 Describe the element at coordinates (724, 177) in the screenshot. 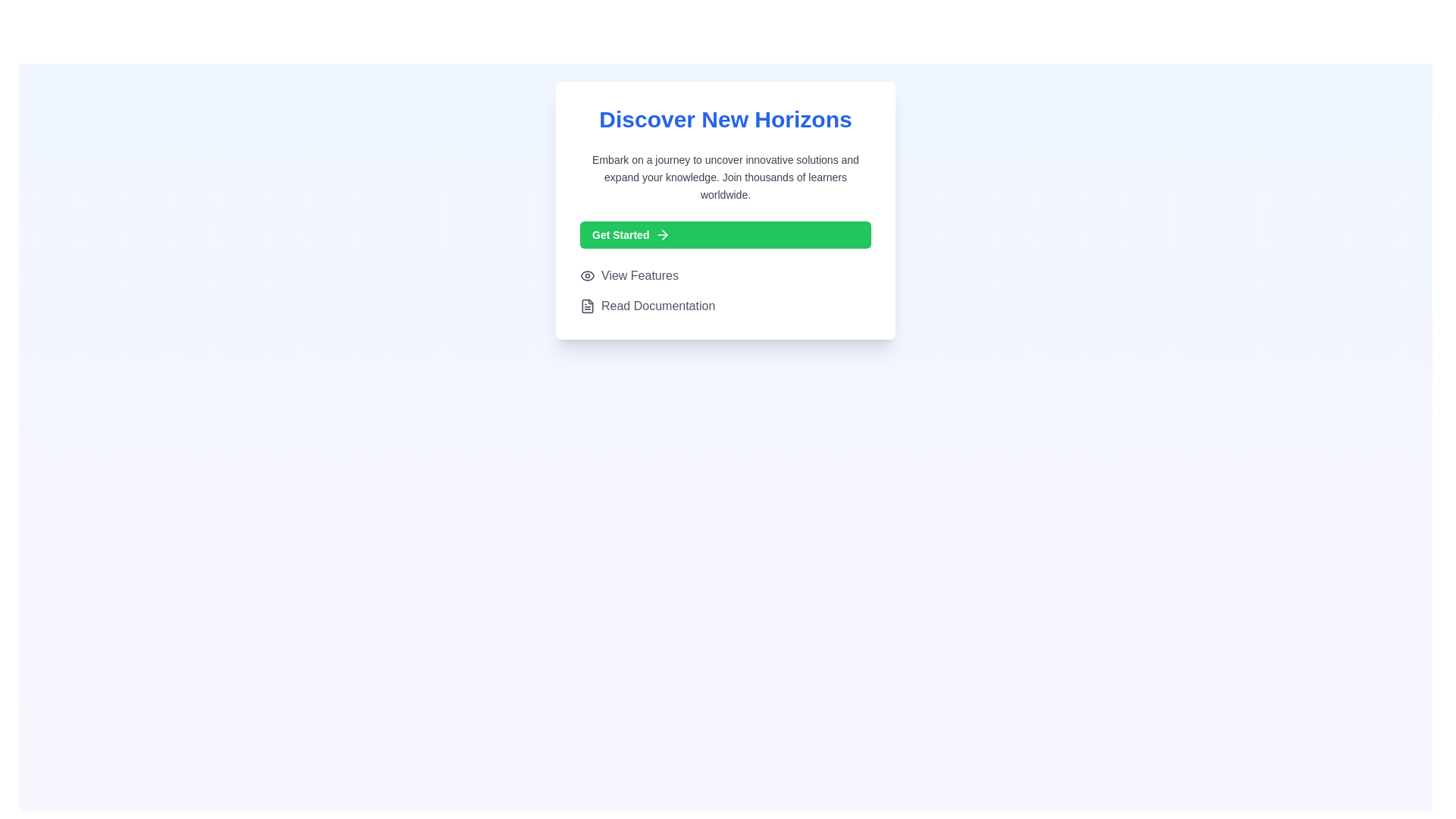

I see `the informative text block located directly under the title 'Discover New Horizons', which provides context for the section and is positioned above the 'Get Started' button` at that location.